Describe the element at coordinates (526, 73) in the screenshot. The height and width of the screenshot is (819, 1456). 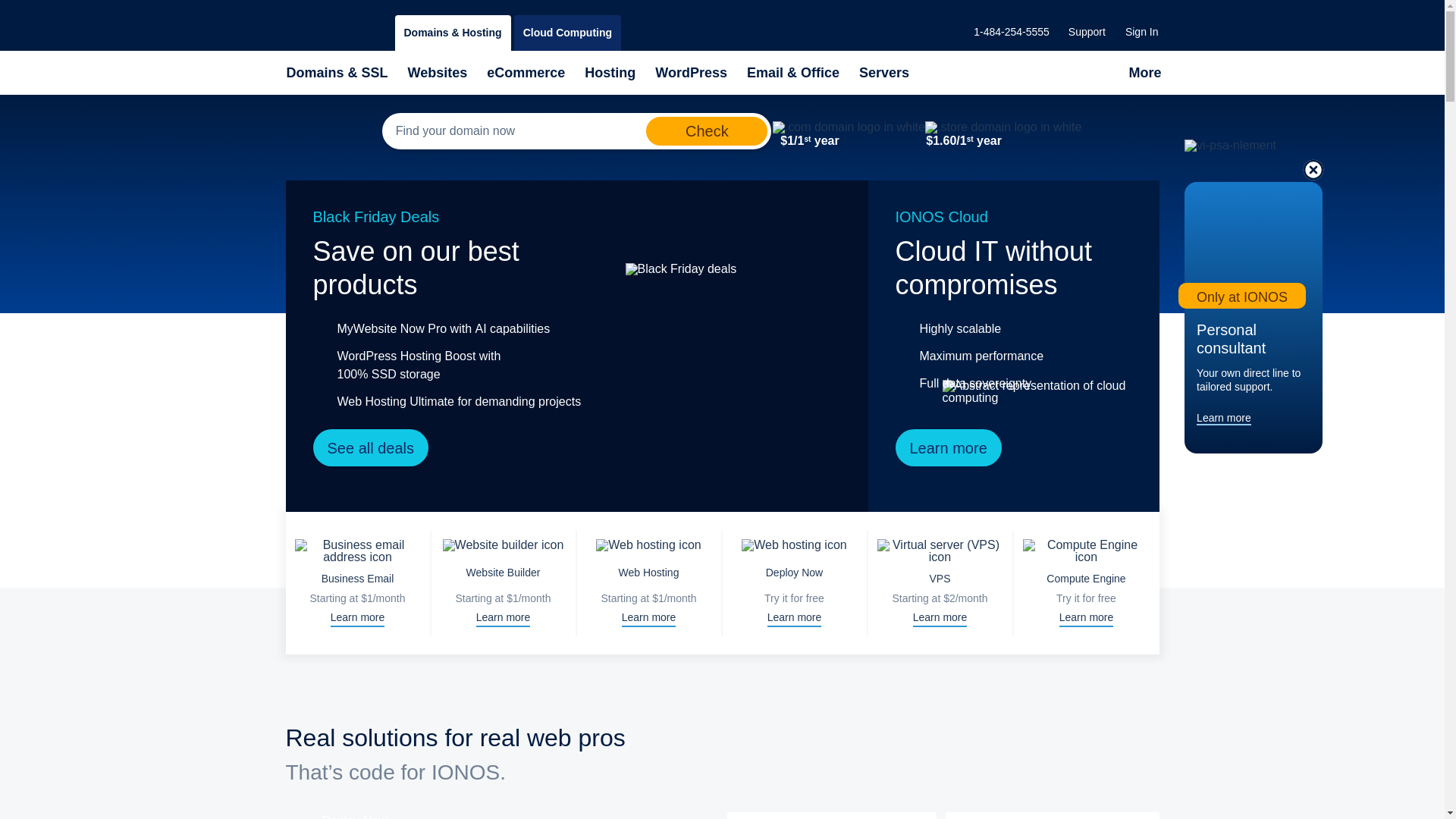
I see `'eCommerce'` at that location.